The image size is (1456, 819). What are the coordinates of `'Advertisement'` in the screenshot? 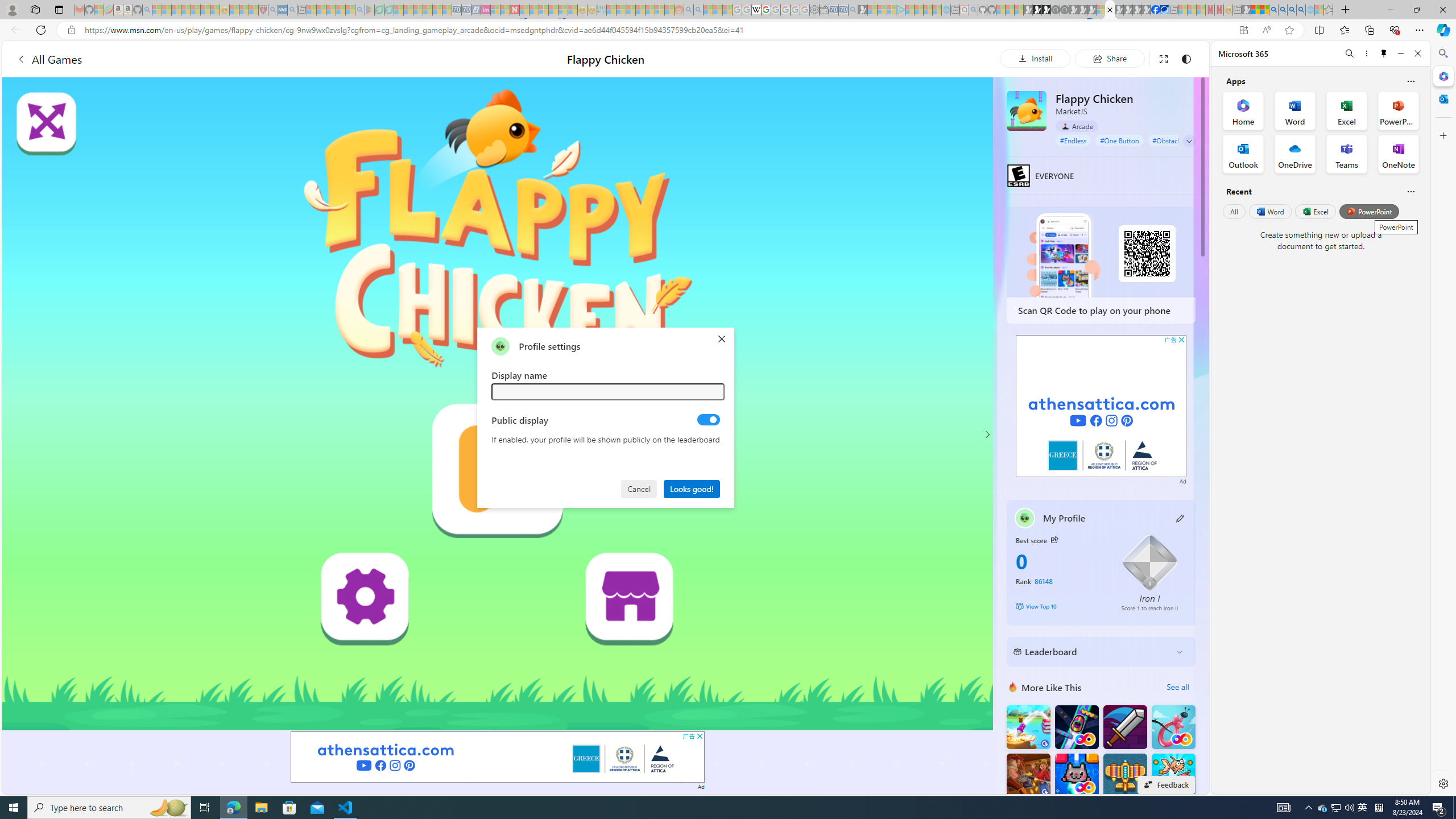 It's located at (1101, 406).